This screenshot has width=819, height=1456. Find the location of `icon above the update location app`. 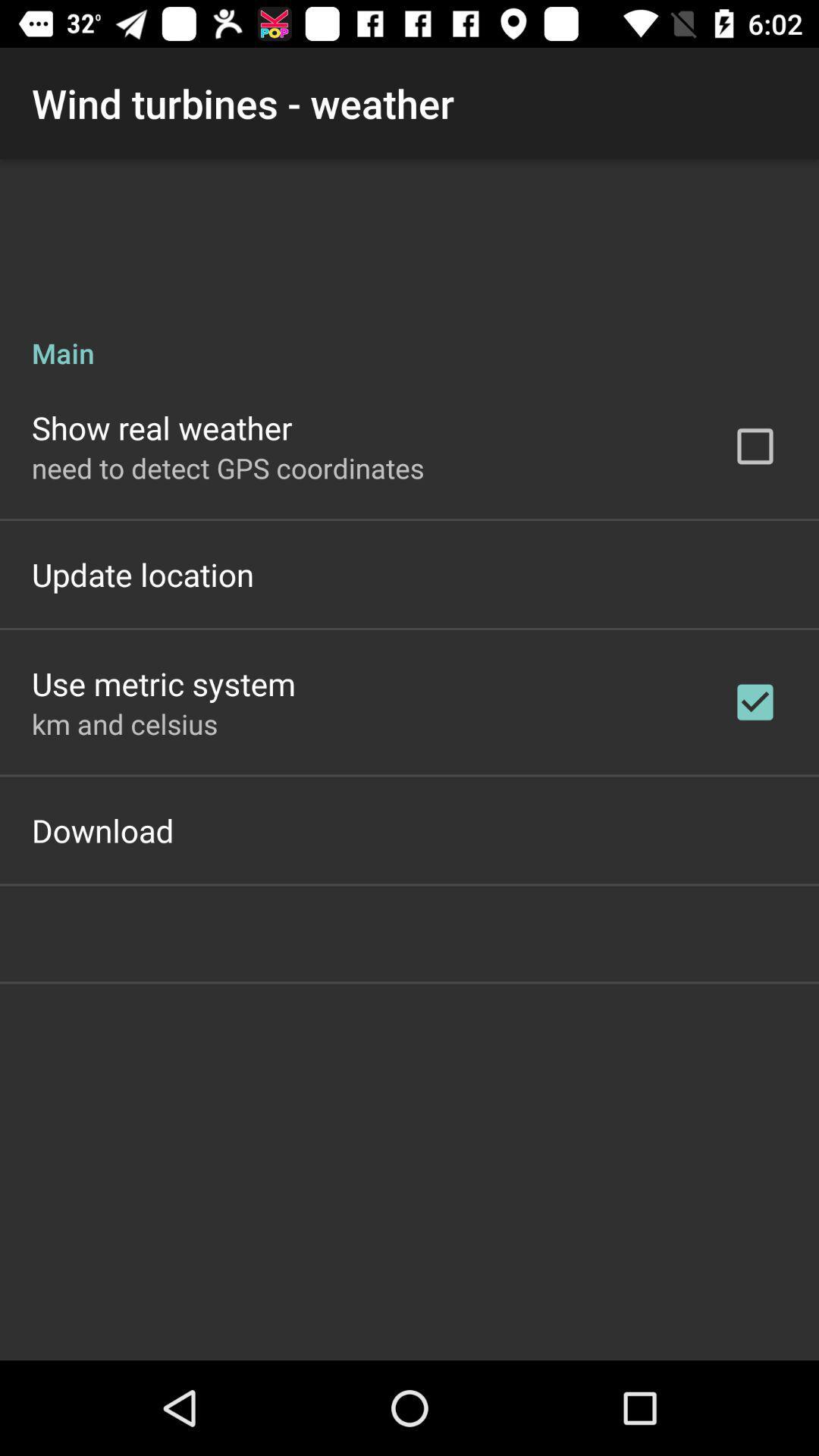

icon above the update location app is located at coordinates (227, 467).